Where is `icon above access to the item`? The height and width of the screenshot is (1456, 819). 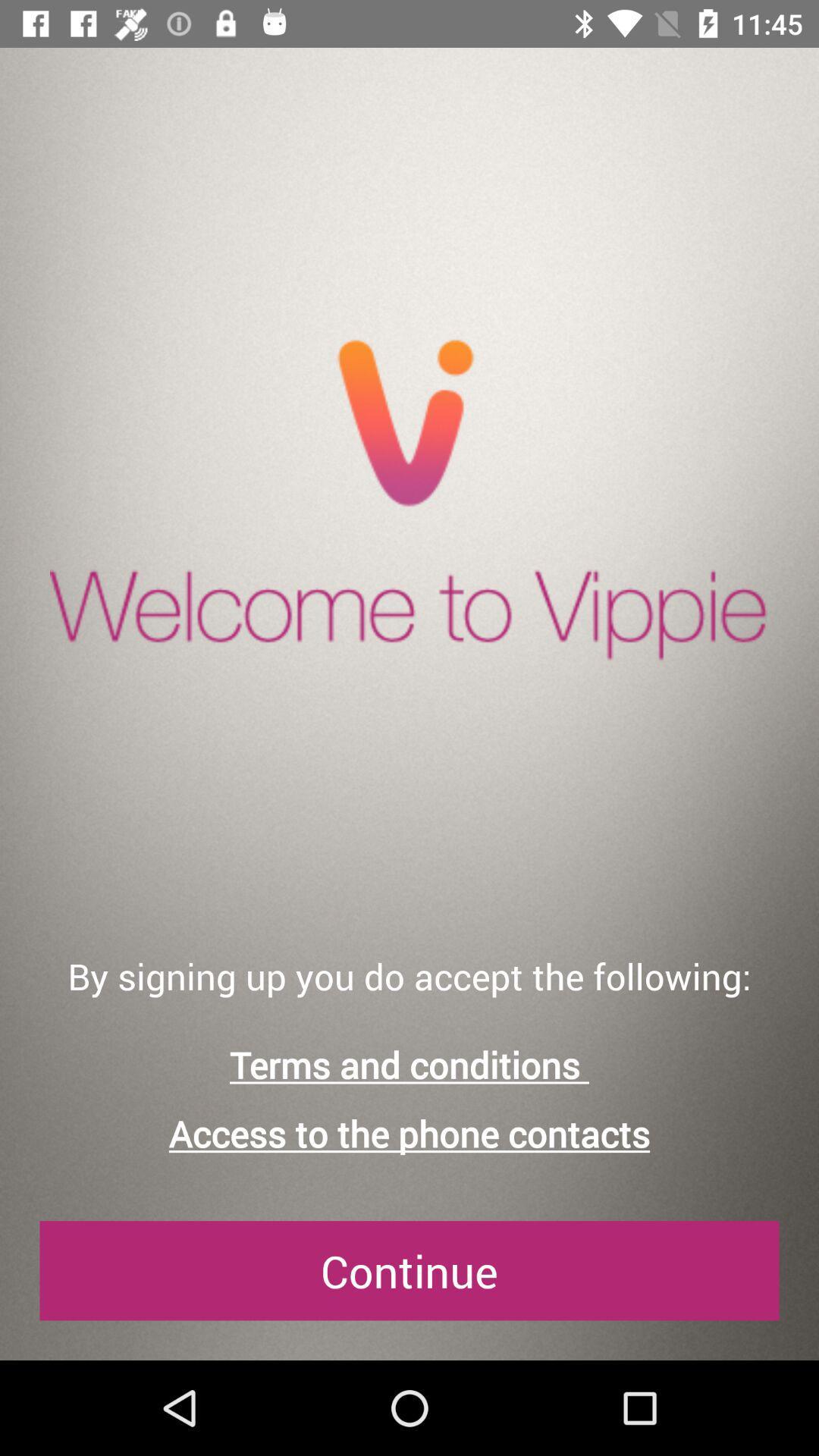
icon above access to the item is located at coordinates (409, 1064).